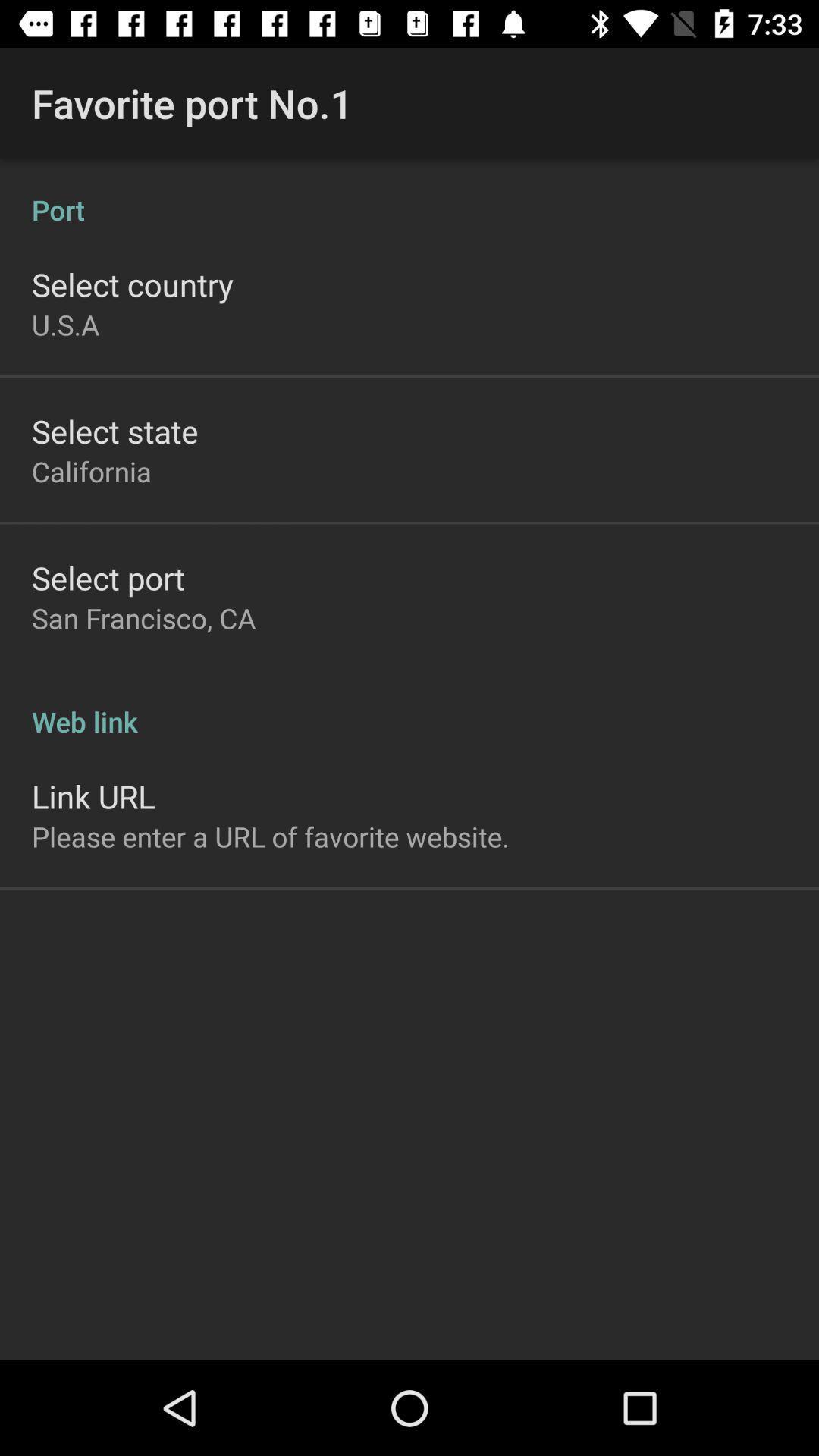 This screenshot has height=1456, width=819. Describe the element at coordinates (132, 284) in the screenshot. I see `app above u.s.a item` at that location.